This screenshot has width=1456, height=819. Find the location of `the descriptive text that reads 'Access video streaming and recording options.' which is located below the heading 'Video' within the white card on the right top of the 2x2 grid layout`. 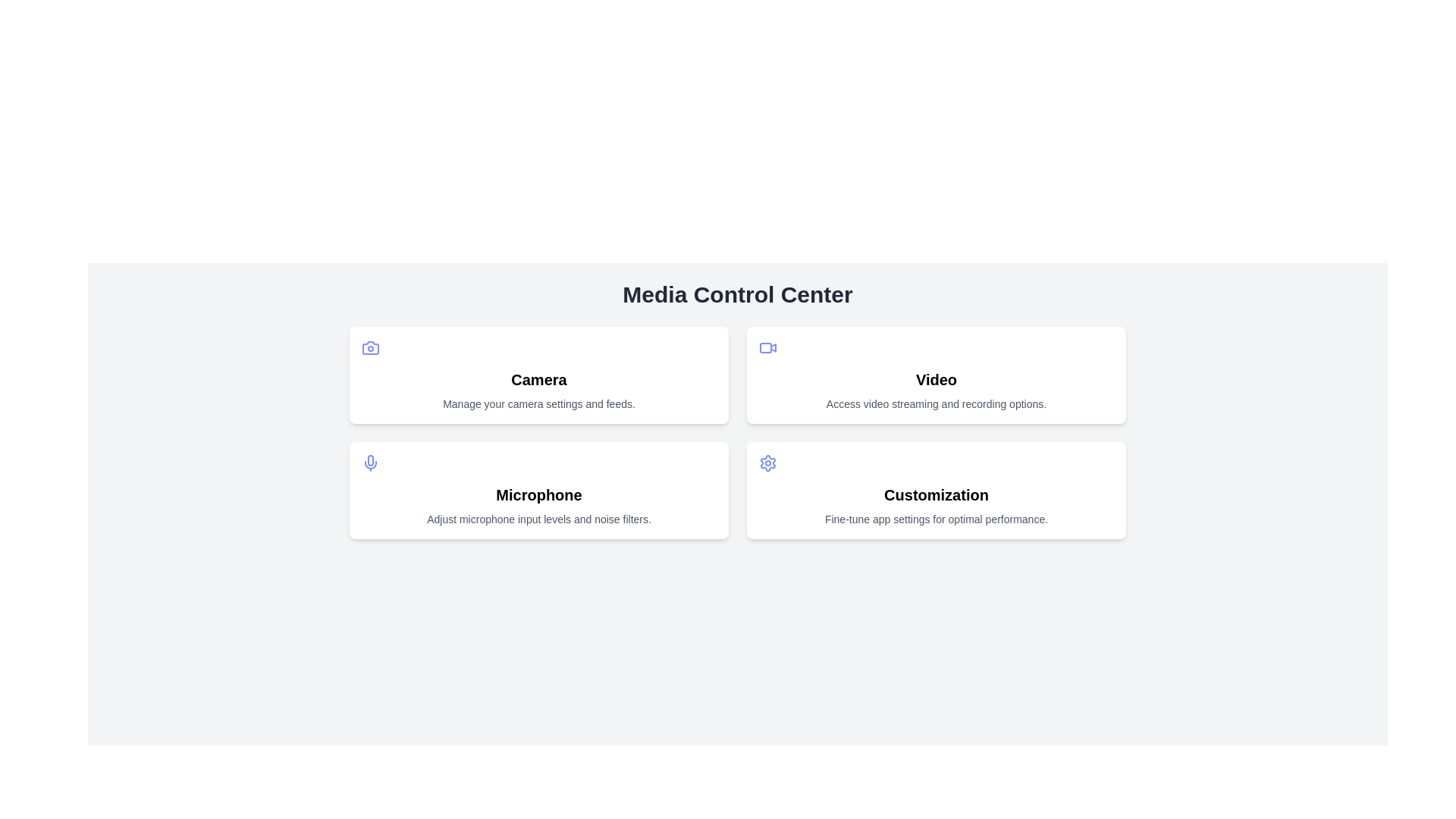

the descriptive text that reads 'Access video streaming and recording options.' which is located below the heading 'Video' within the white card on the right top of the 2x2 grid layout is located at coordinates (935, 403).